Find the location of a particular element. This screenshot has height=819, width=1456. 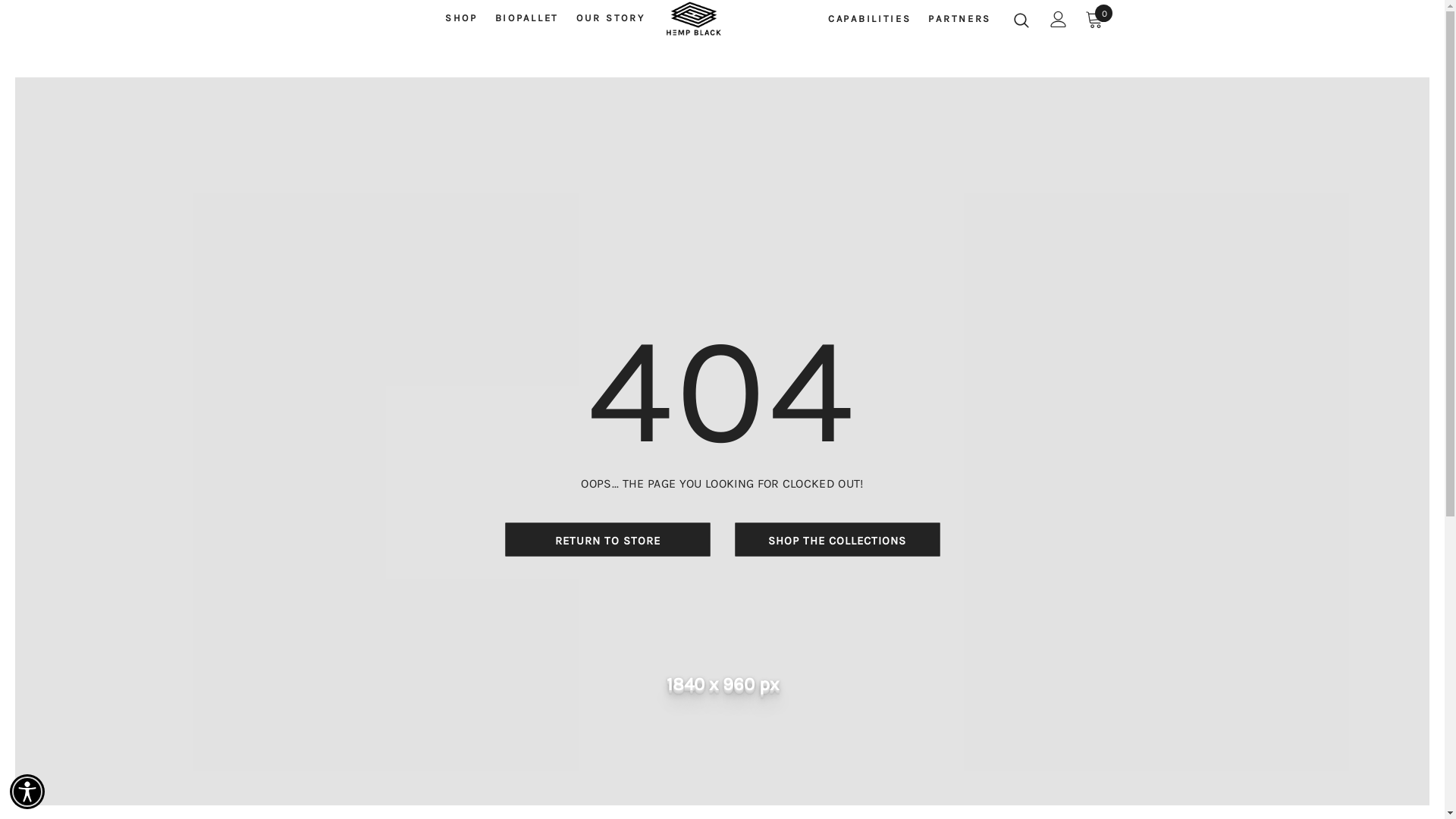

'Search Icon' is located at coordinates (1021, 20).